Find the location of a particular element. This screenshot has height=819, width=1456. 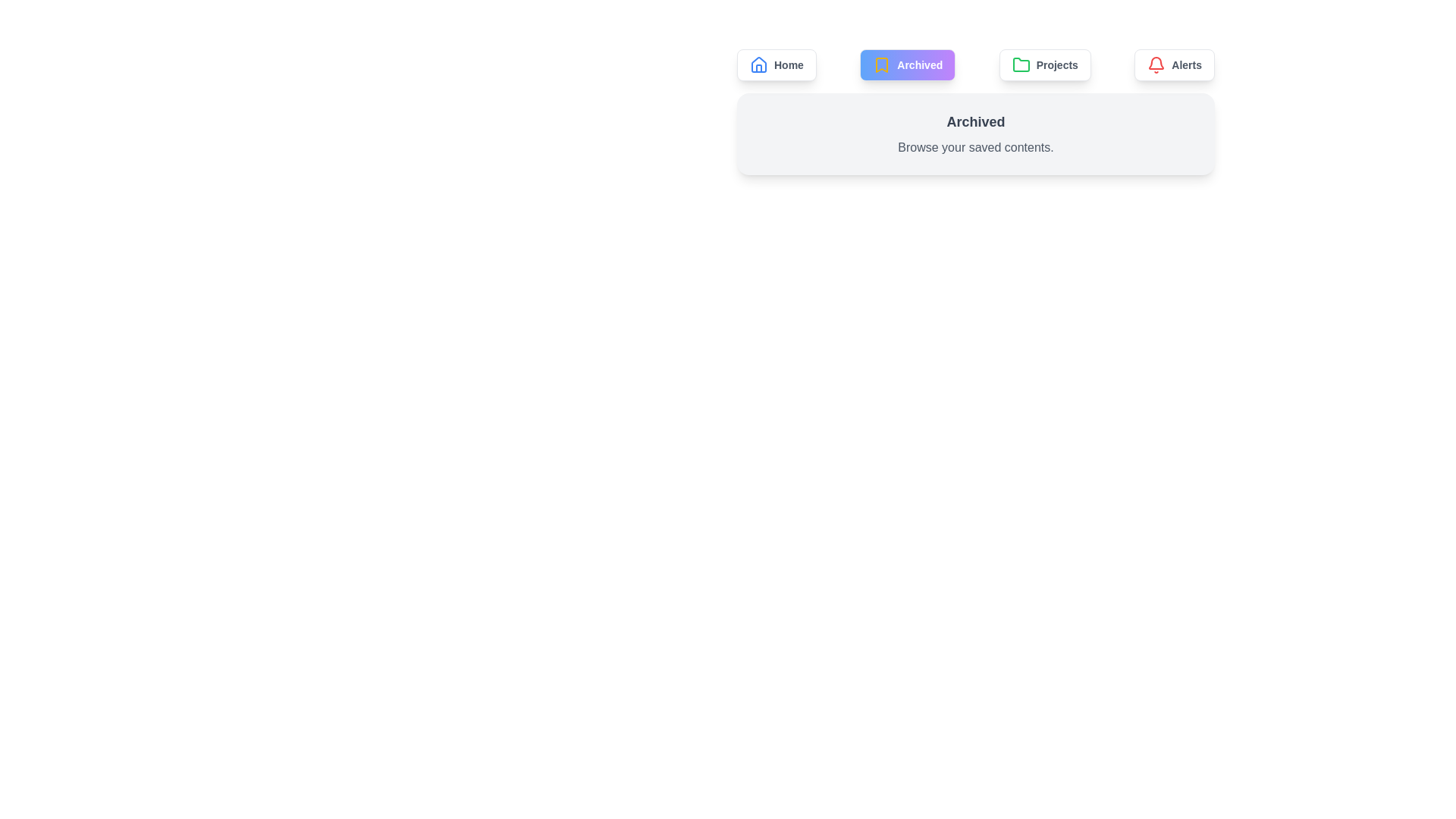

the tab labeled Alerts is located at coordinates (1174, 64).